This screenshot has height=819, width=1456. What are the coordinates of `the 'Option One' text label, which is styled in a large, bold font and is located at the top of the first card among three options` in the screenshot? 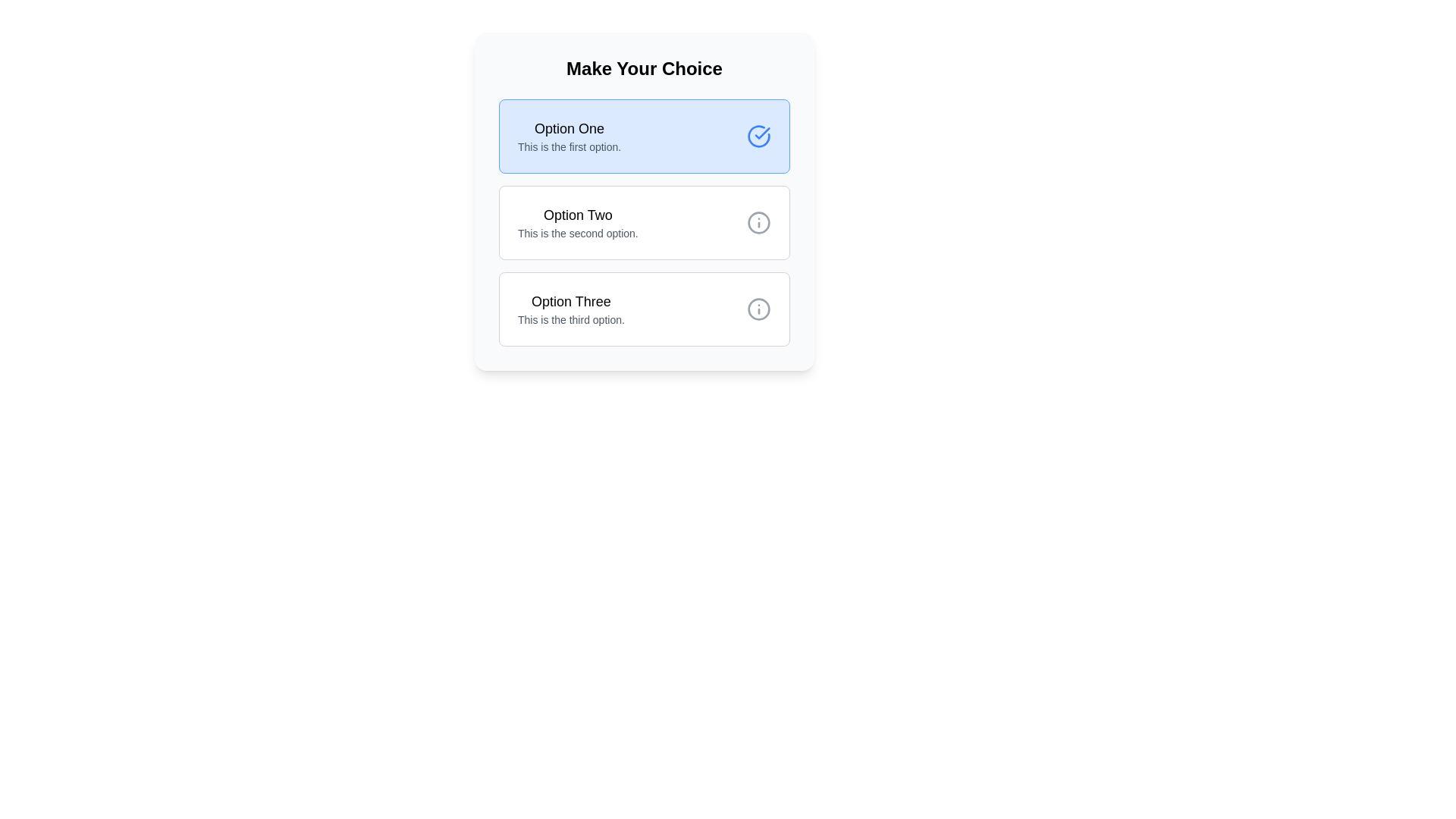 It's located at (569, 127).